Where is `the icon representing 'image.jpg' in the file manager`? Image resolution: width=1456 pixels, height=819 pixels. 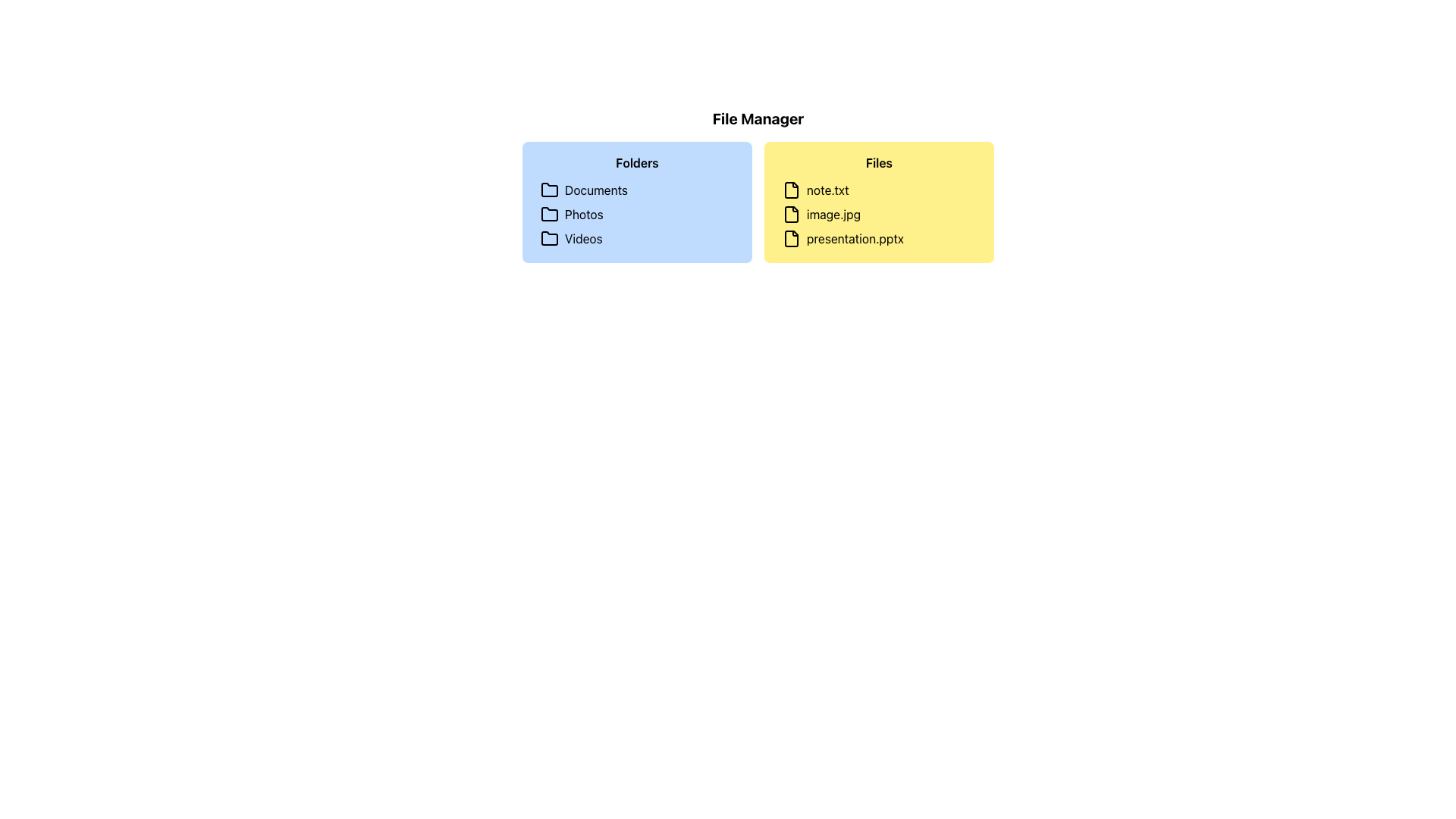
the icon representing 'image.jpg' in the file manager is located at coordinates (790, 214).